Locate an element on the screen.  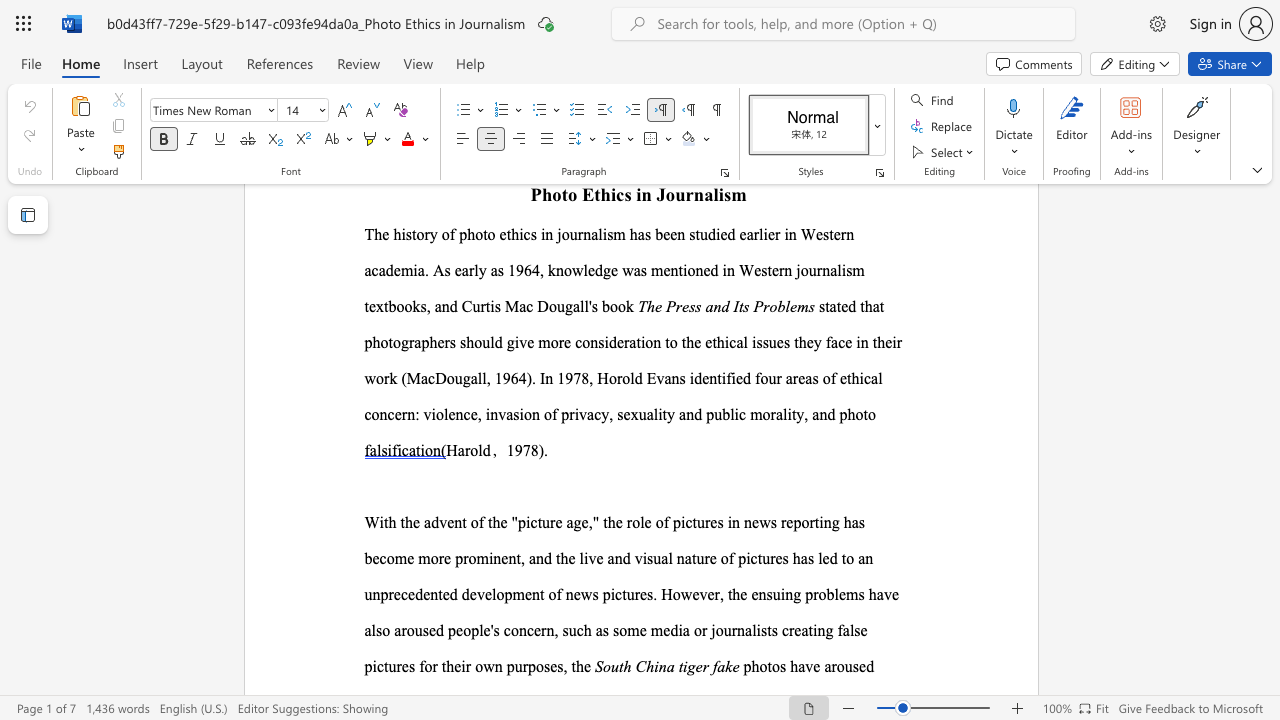
the subset text "978)" within the text "Harold，1978)." is located at coordinates (514, 450).